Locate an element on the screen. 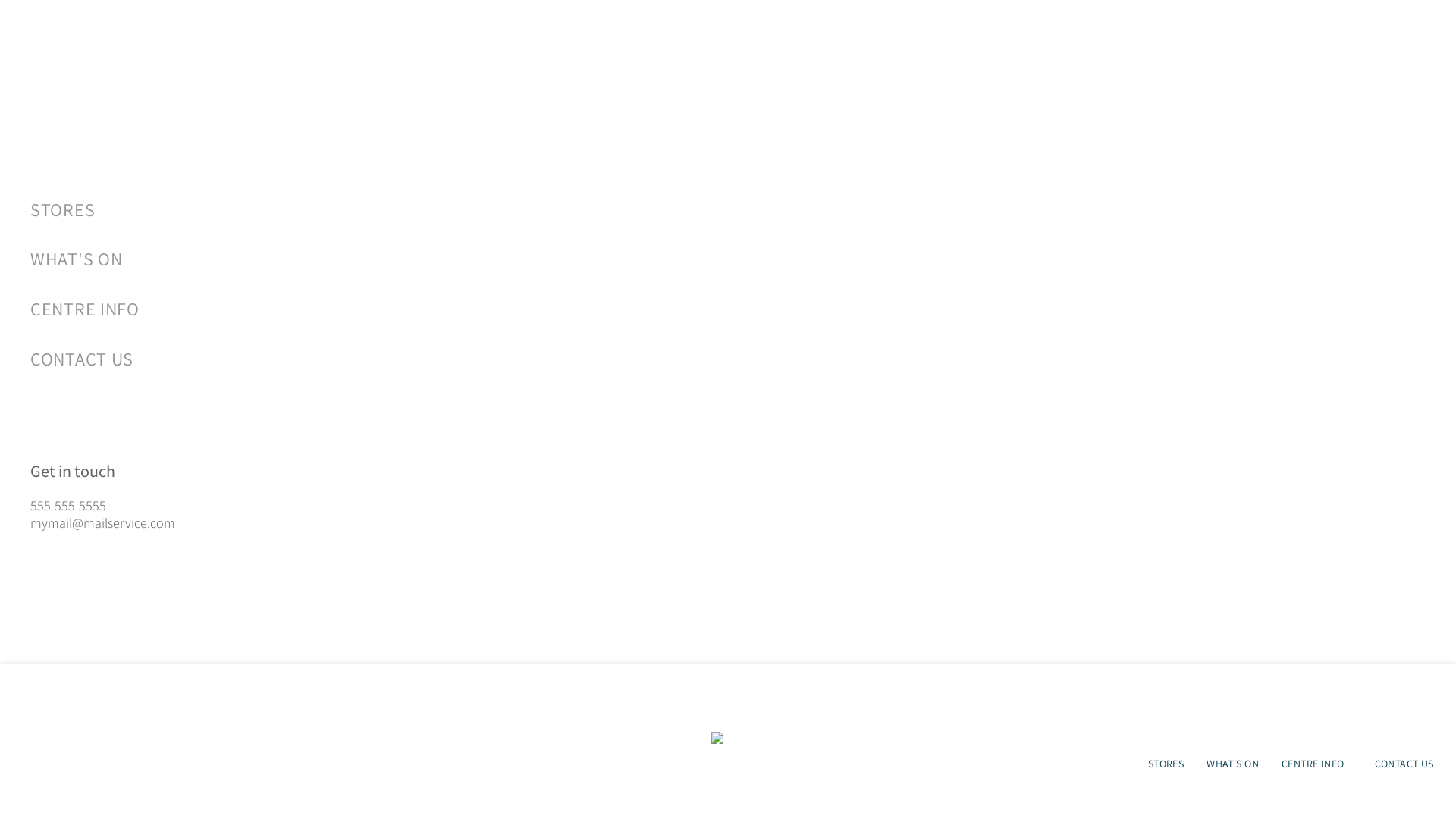 Image resolution: width=1456 pixels, height=819 pixels. 'STORES' is located at coordinates (1165, 763).